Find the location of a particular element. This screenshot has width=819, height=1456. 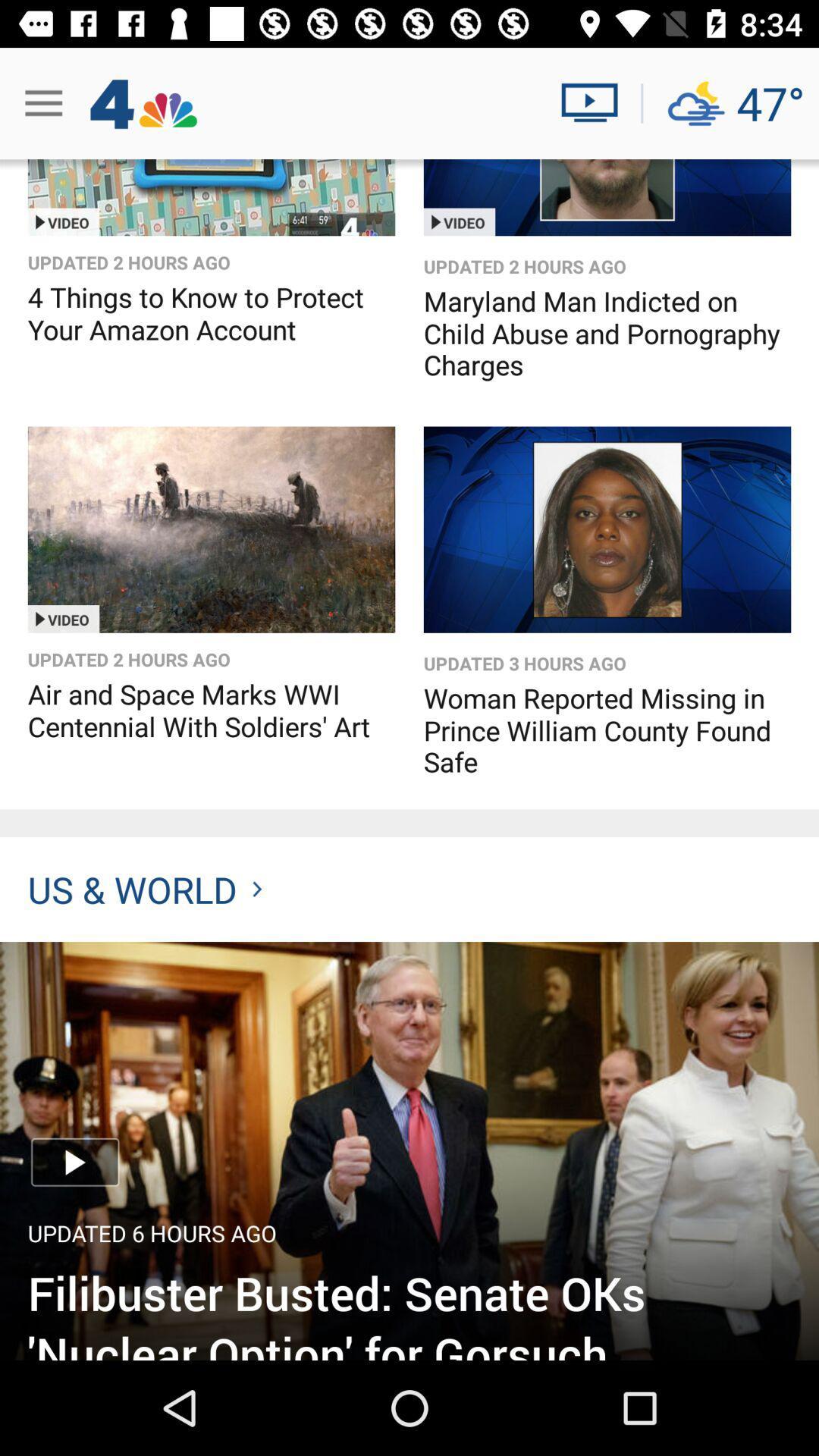

option is located at coordinates (211, 196).